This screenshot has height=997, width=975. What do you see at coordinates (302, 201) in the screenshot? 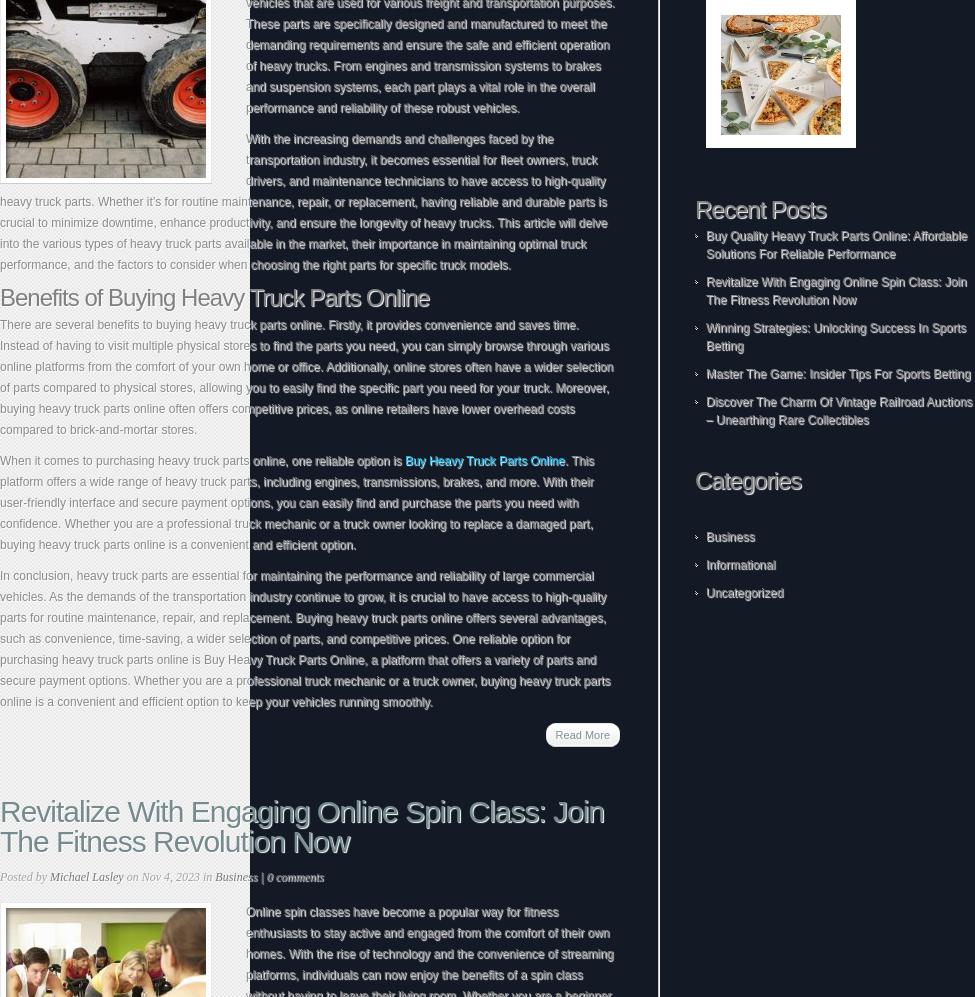
I see `'With the increasing demands and challenges faced by the transportation industry, it becomes essential for fleet owners, truck drivers, and maintenance technicians to have access to high-quality heavy truck parts. Whether it’s for routine maintenance, repair, or replacement, having reliable and durable parts is crucial to minimize downtime, enhance productivity, and ensure the longevity of heavy trucks. This article will delve into the various types of heavy truck parts available in the market, their importance in maintaining optimal truck performance, and the factors to consider when choosing the right parts for specific truck models.'` at bounding box center [302, 201].